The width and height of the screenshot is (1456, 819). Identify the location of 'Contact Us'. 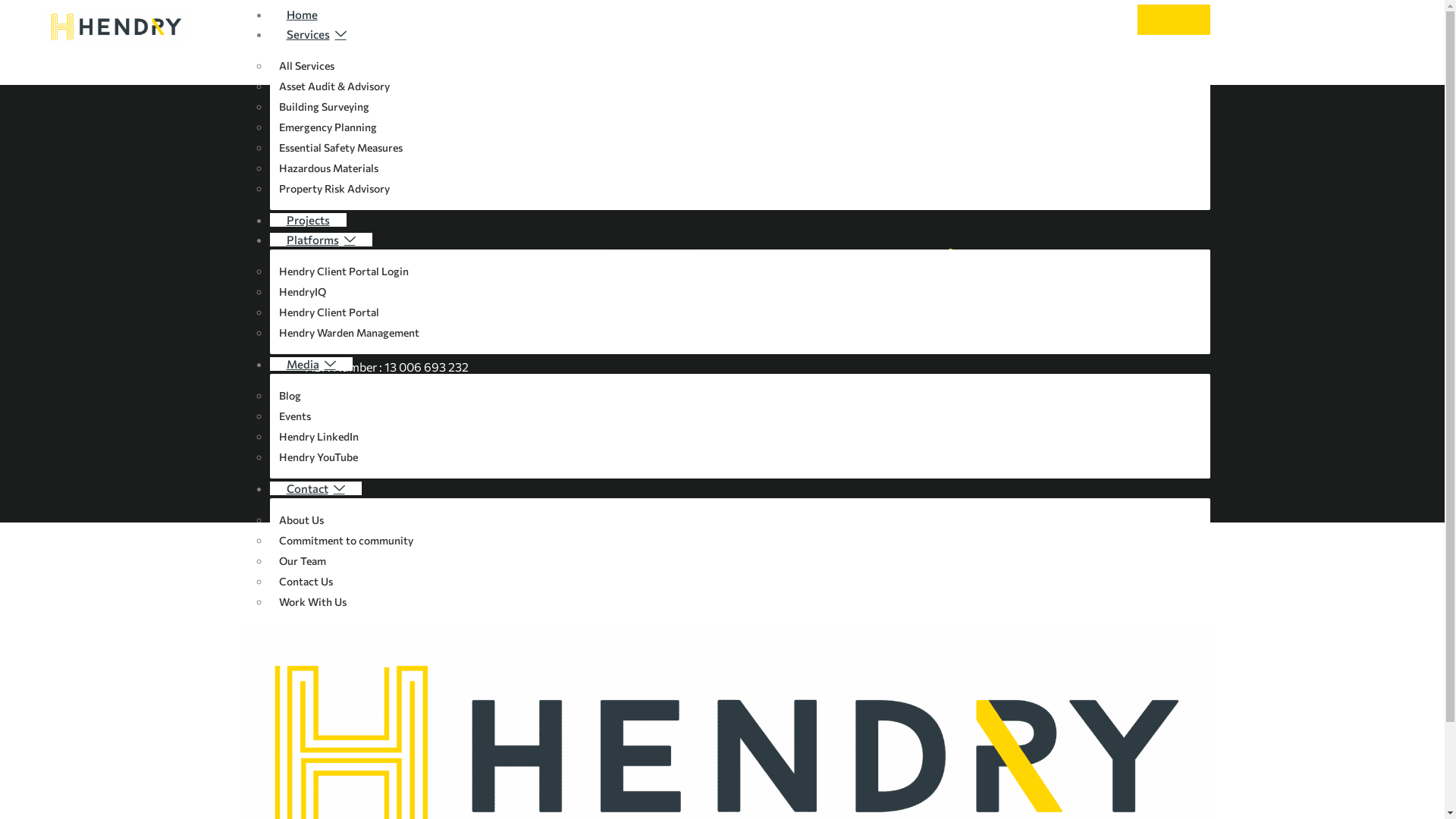
(305, 580).